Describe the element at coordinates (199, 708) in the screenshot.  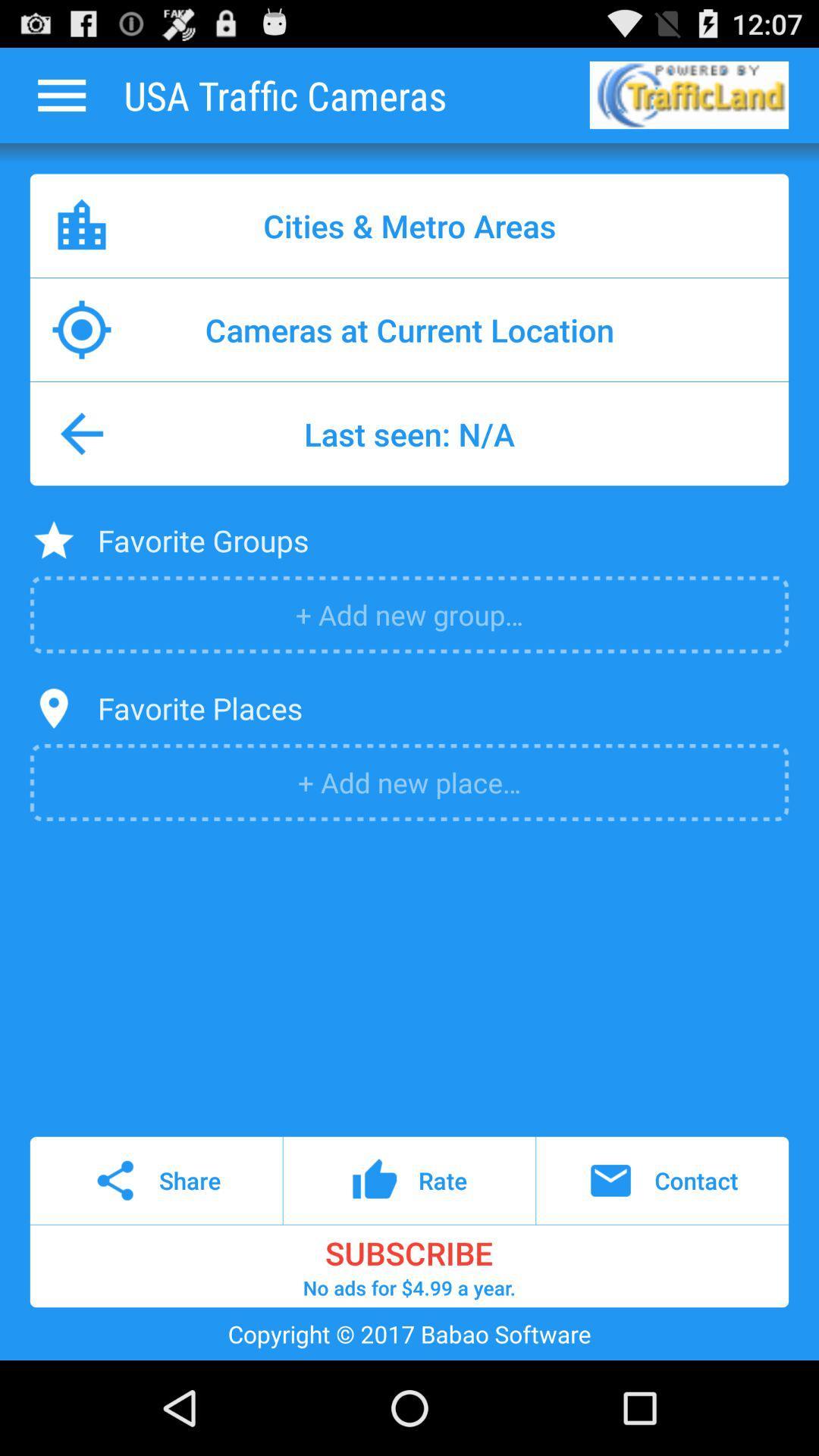
I see `the favorite places` at that location.